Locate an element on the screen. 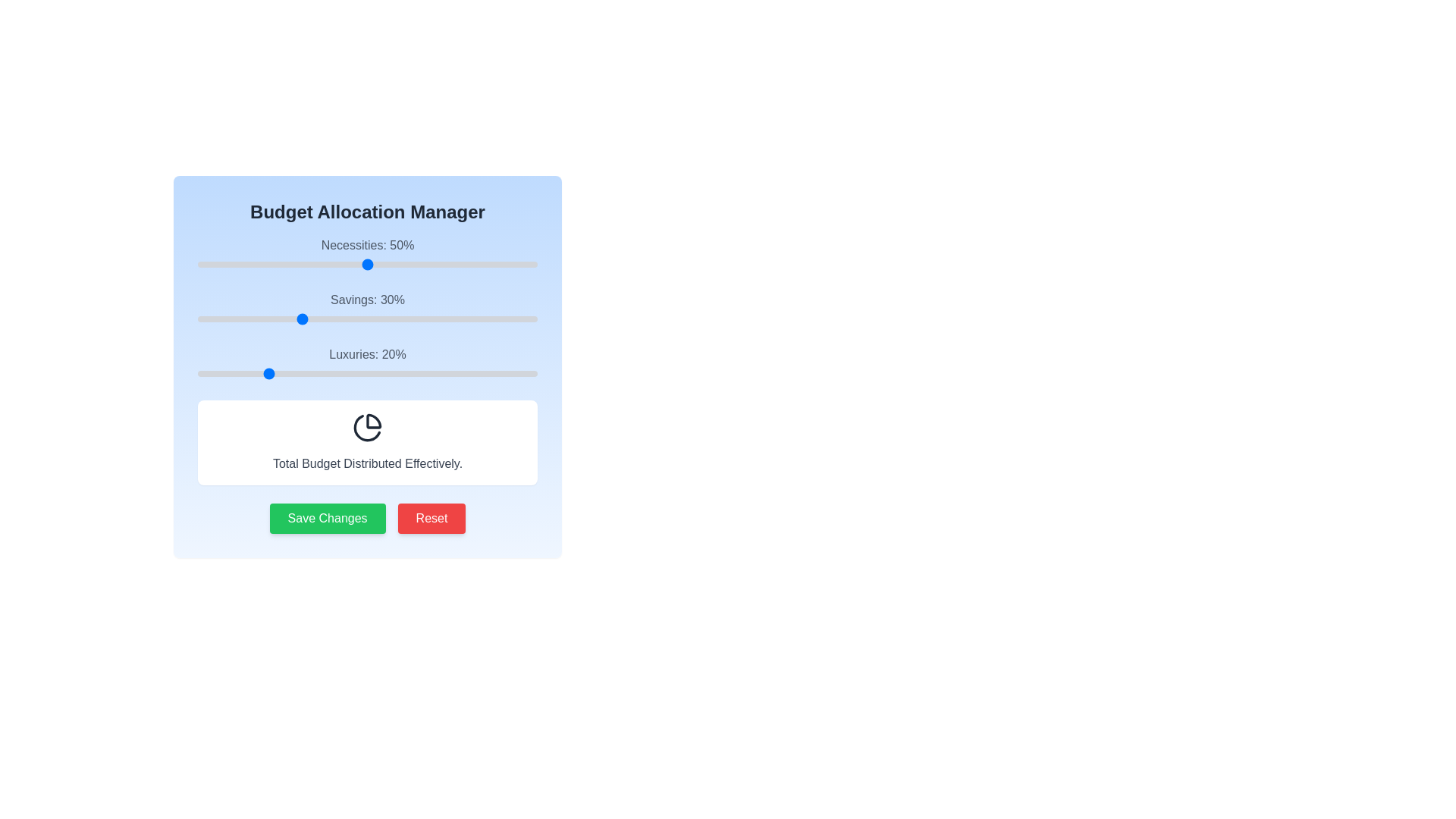 This screenshot has width=1456, height=819. the 'Necessities' slider is located at coordinates (458, 263).